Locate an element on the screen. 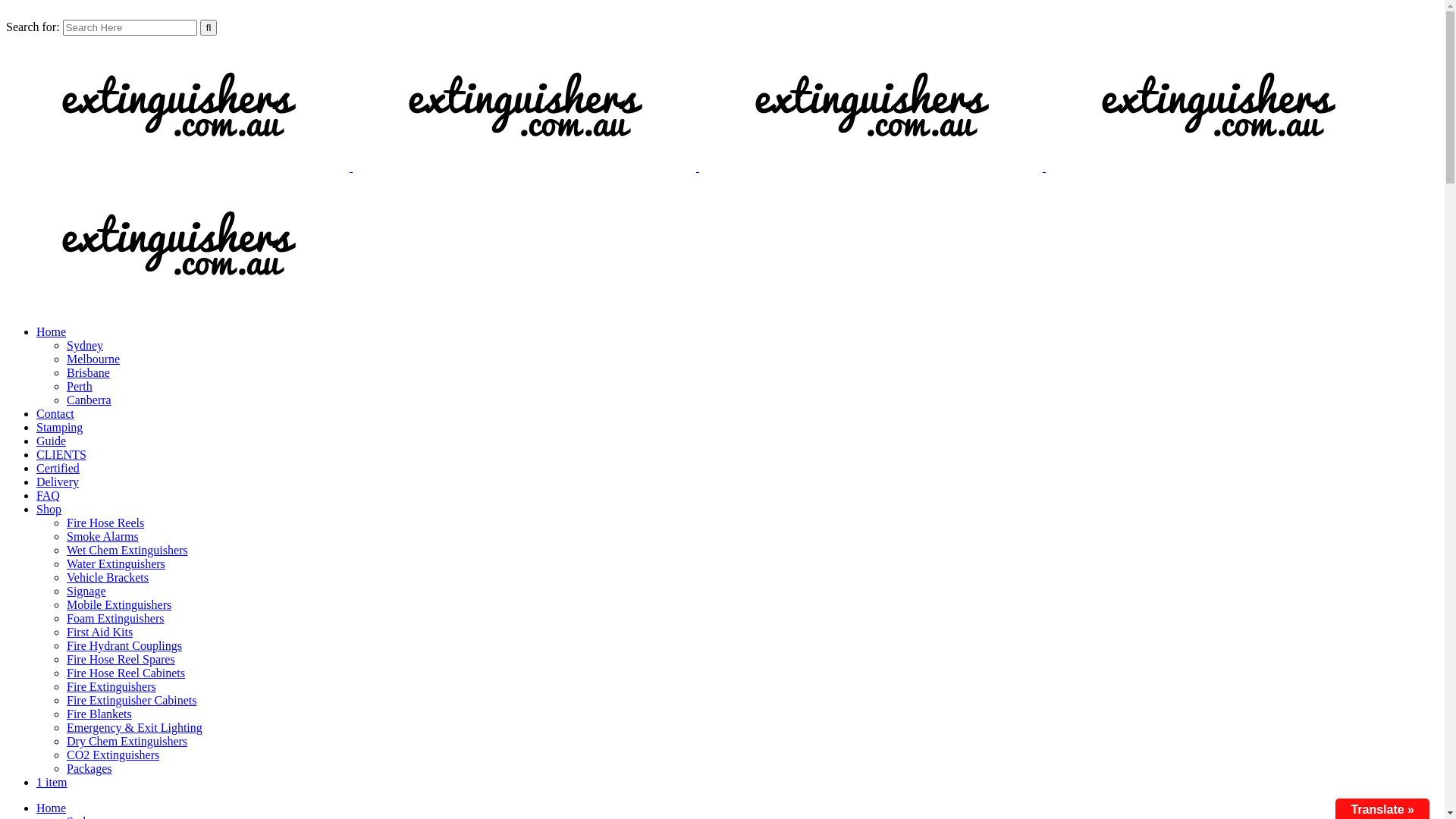 Image resolution: width=1456 pixels, height=819 pixels. 'CO2 Extinguishers' is located at coordinates (111, 755).